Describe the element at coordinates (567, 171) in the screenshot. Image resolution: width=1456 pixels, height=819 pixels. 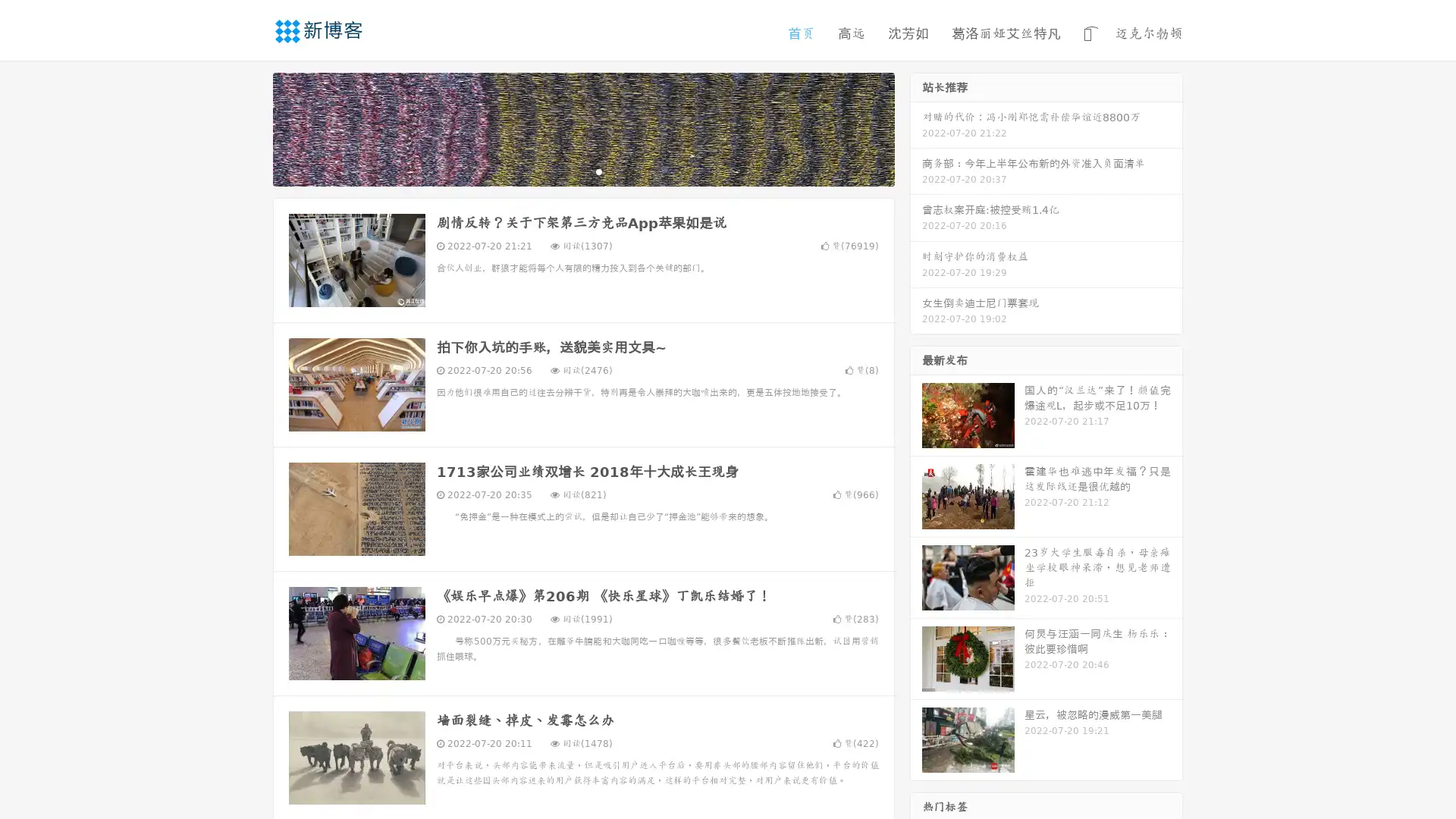
I see `Go to slide 1` at that location.